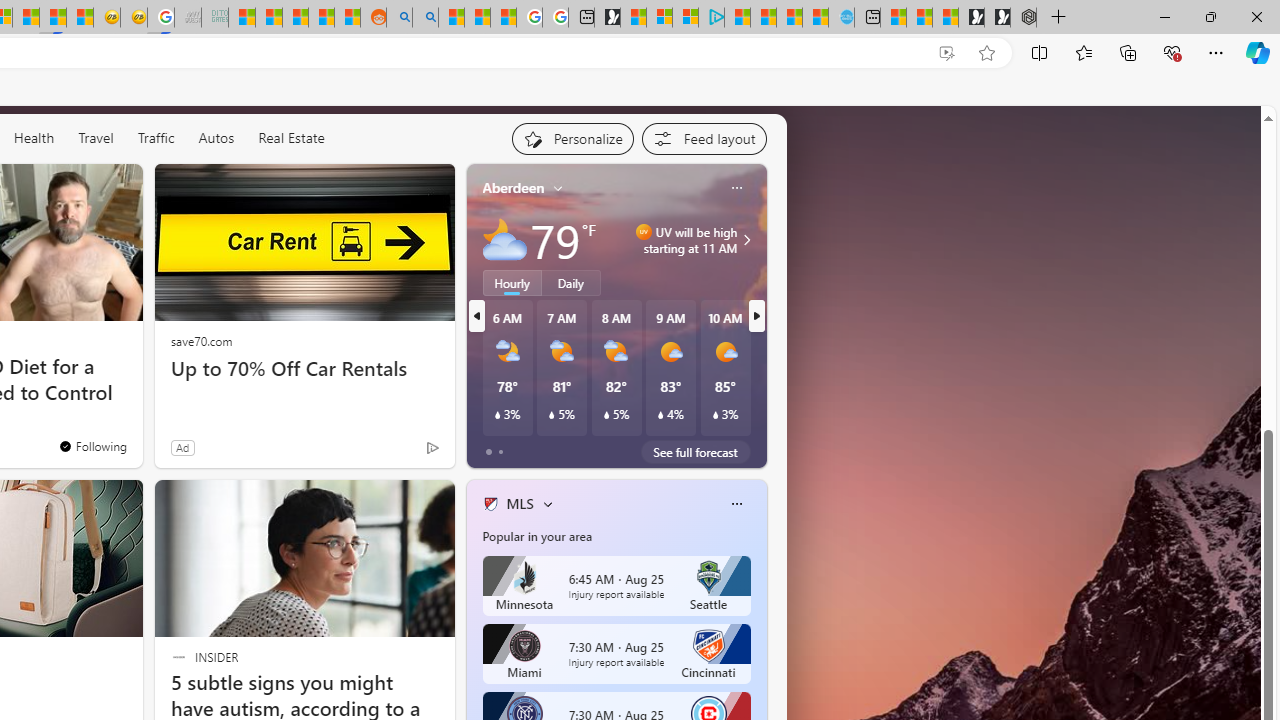 The height and width of the screenshot is (720, 1280). Describe the element at coordinates (91, 445) in the screenshot. I see `'You'` at that location.